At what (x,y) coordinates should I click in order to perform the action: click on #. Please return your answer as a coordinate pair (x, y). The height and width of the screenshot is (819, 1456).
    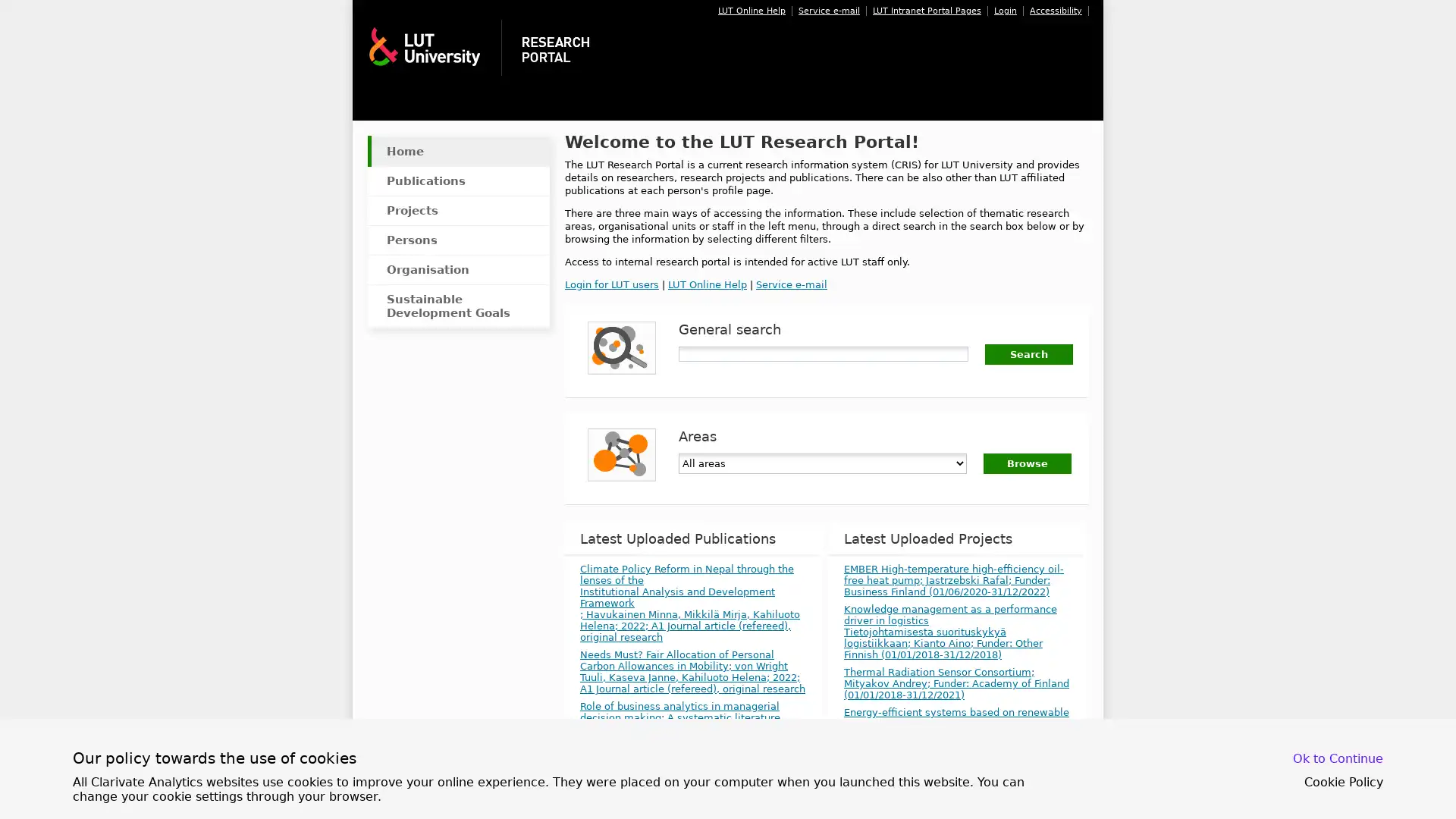
    Looking at the image, I should click on (1029, 354).